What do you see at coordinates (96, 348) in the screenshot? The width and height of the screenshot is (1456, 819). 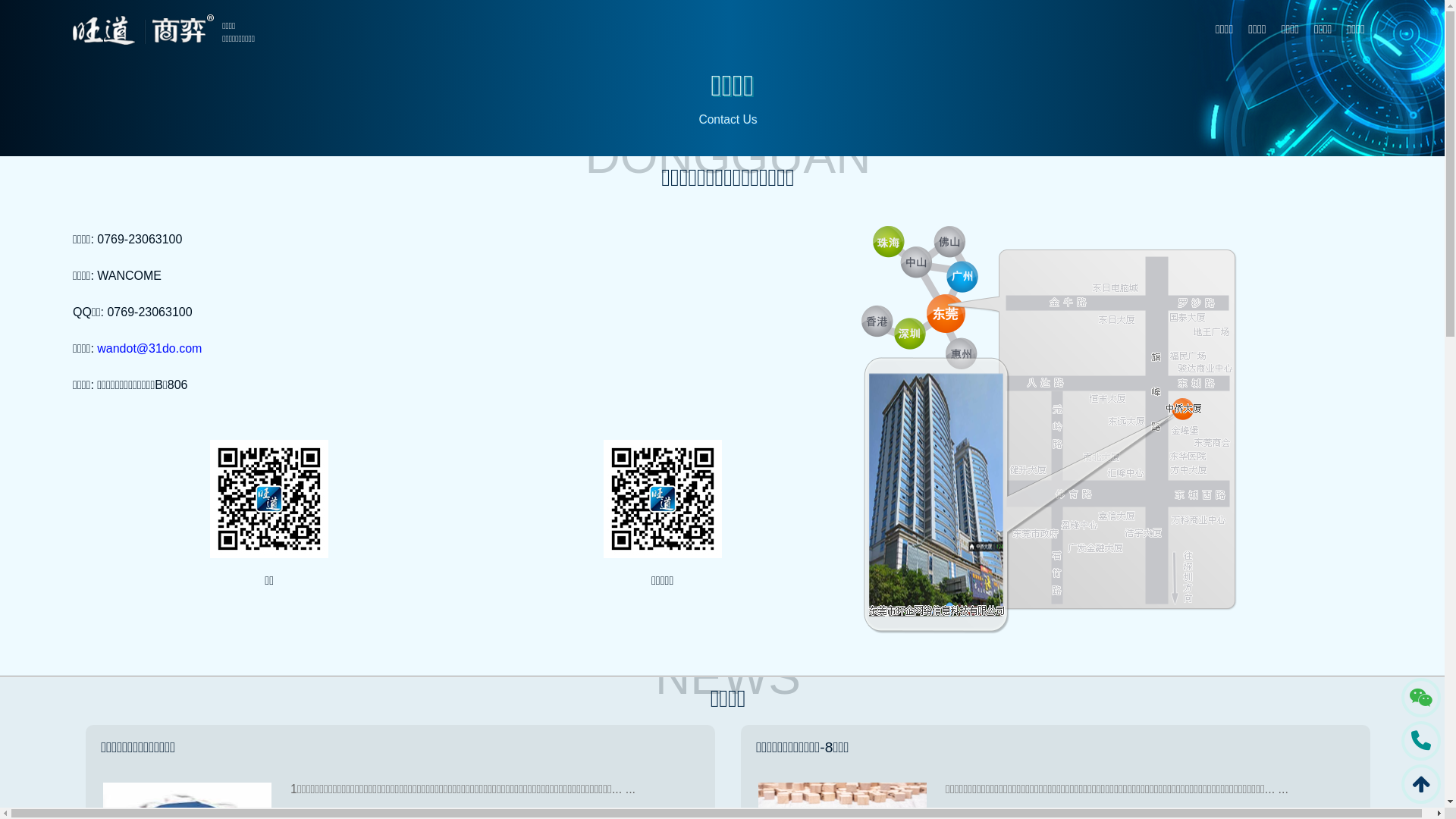 I see `'wandot@31do.com'` at bounding box center [96, 348].